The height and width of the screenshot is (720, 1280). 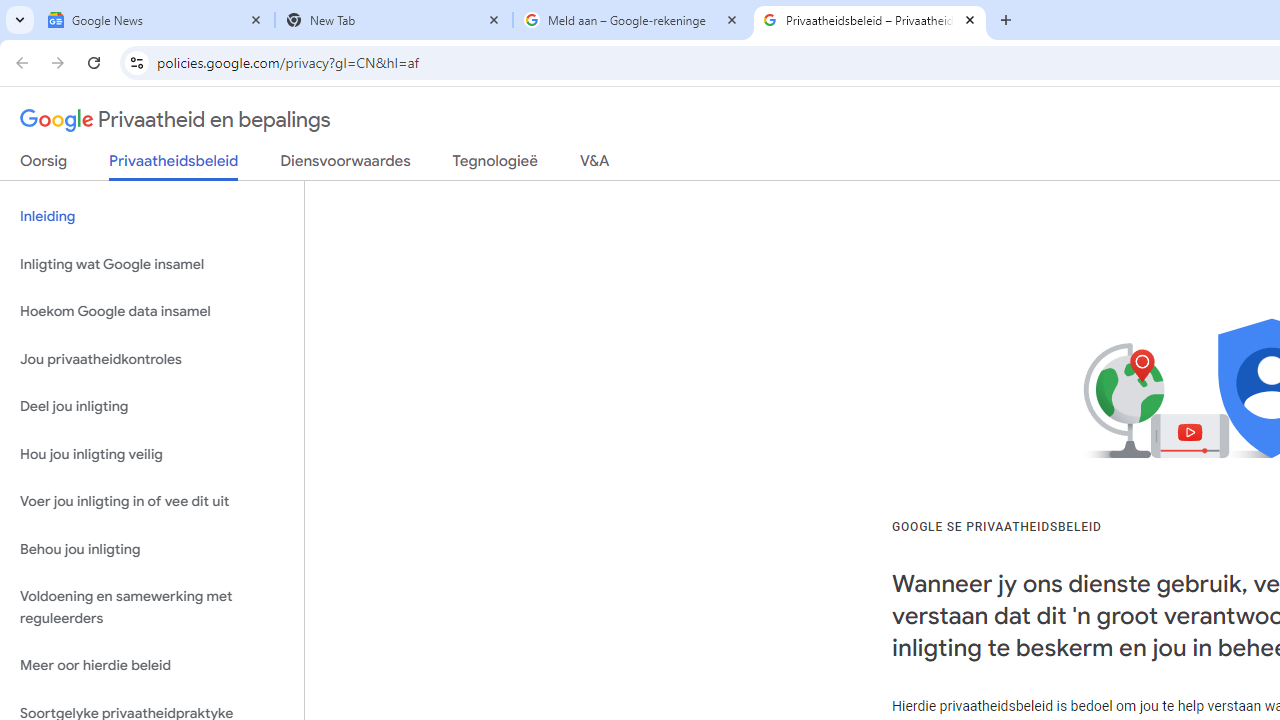 I want to click on 'Behou jou inligting', so click(x=151, y=549).